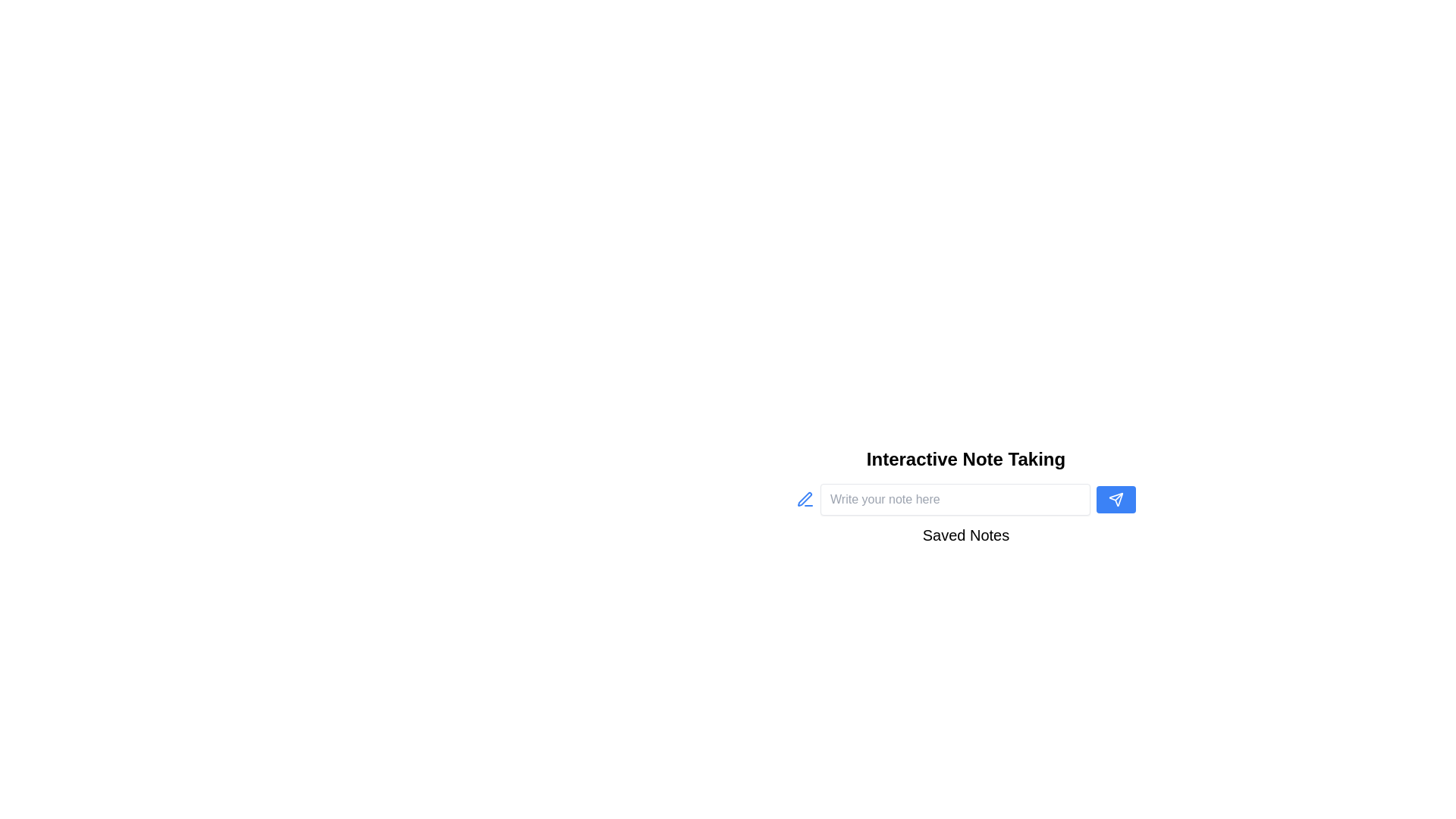  What do you see at coordinates (1116, 500) in the screenshot?
I see `the blue button with a white send icon resembling a paper airplane` at bounding box center [1116, 500].